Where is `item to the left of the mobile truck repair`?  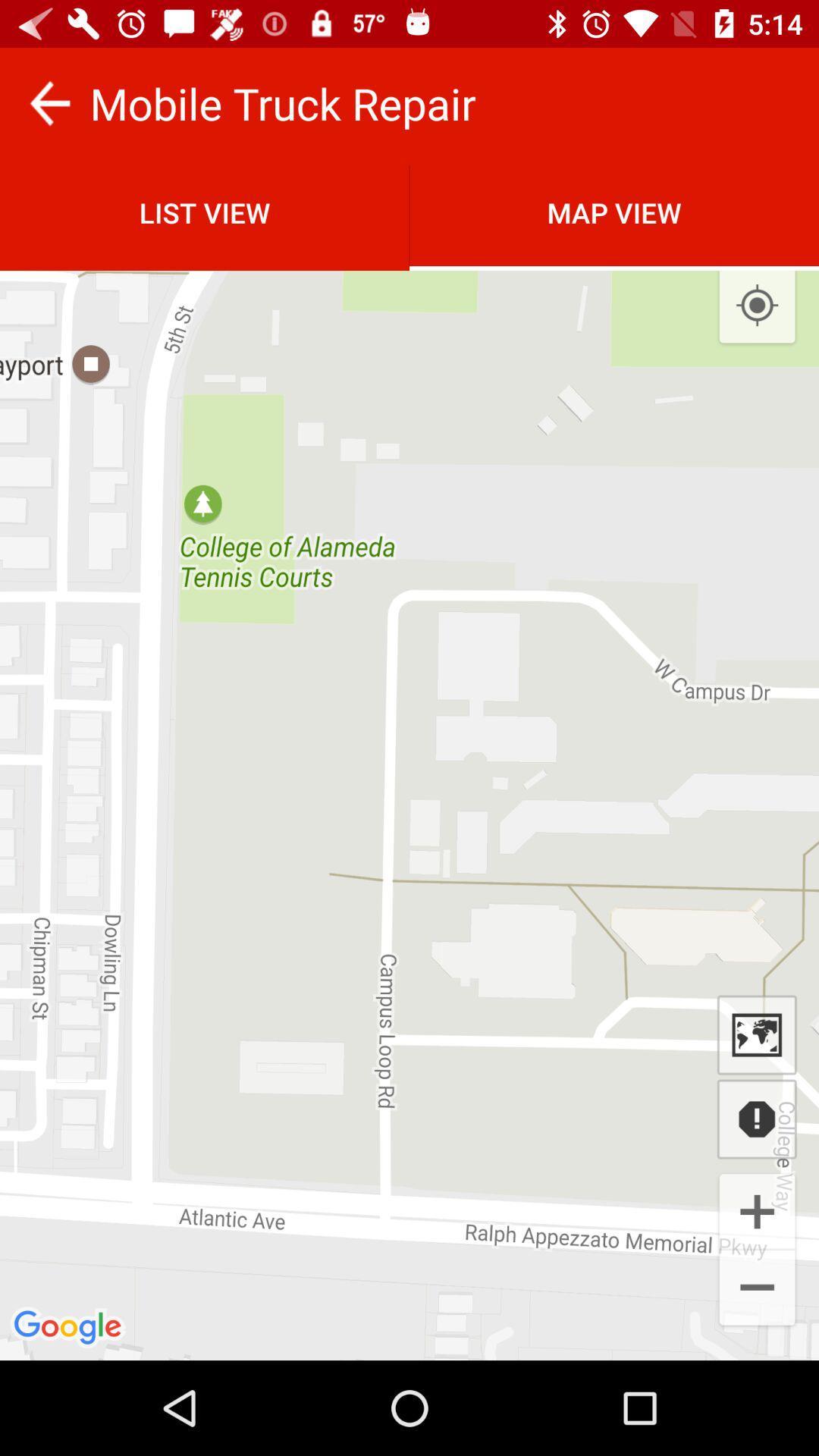
item to the left of the mobile truck repair is located at coordinates (49, 102).